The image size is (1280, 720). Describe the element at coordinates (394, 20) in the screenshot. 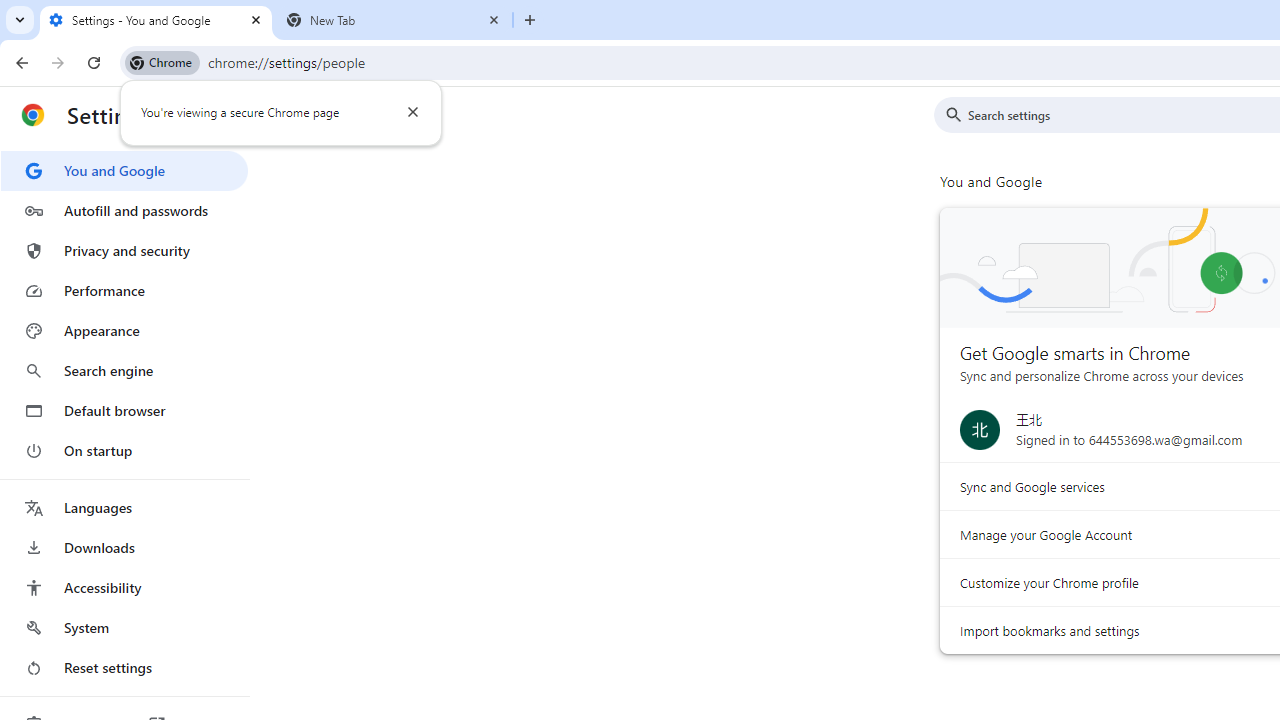

I see `'New Tab'` at that location.